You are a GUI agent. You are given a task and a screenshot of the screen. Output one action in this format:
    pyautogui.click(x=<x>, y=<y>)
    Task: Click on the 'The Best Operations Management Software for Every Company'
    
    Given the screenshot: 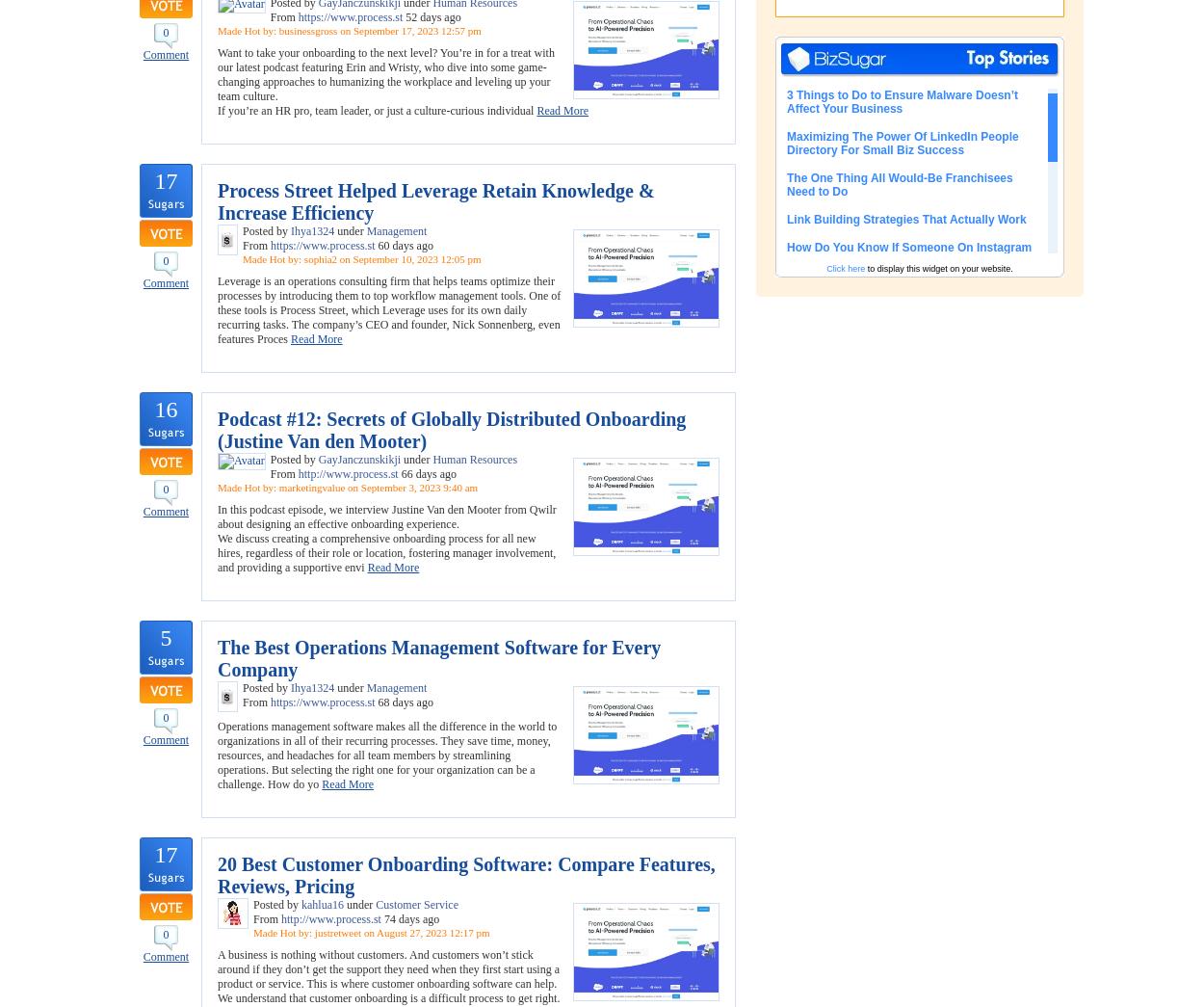 What is the action you would take?
    pyautogui.click(x=438, y=658)
    